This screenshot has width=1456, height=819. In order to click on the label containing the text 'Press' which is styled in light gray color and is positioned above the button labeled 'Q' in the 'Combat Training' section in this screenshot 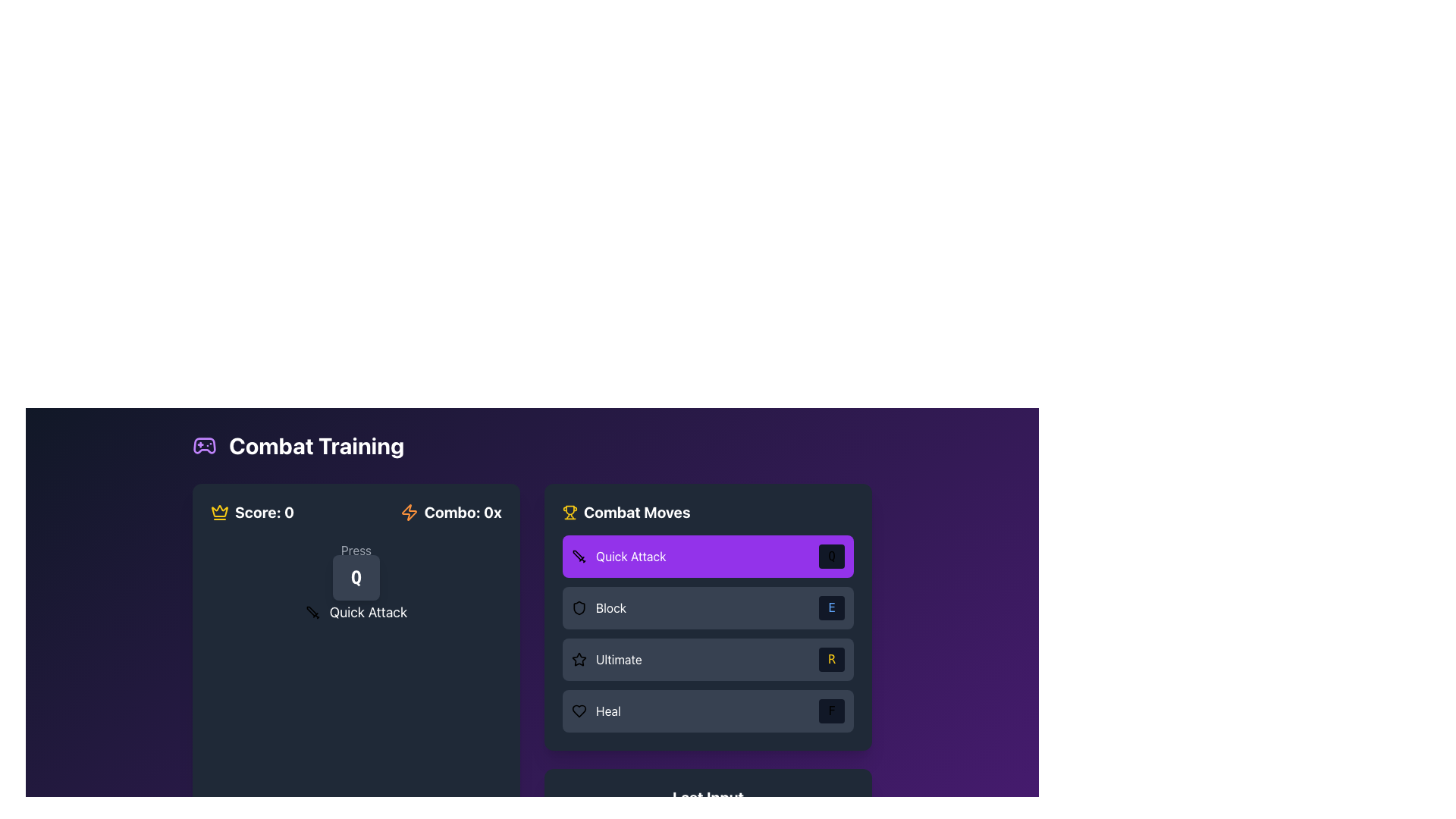, I will do `click(356, 550)`.